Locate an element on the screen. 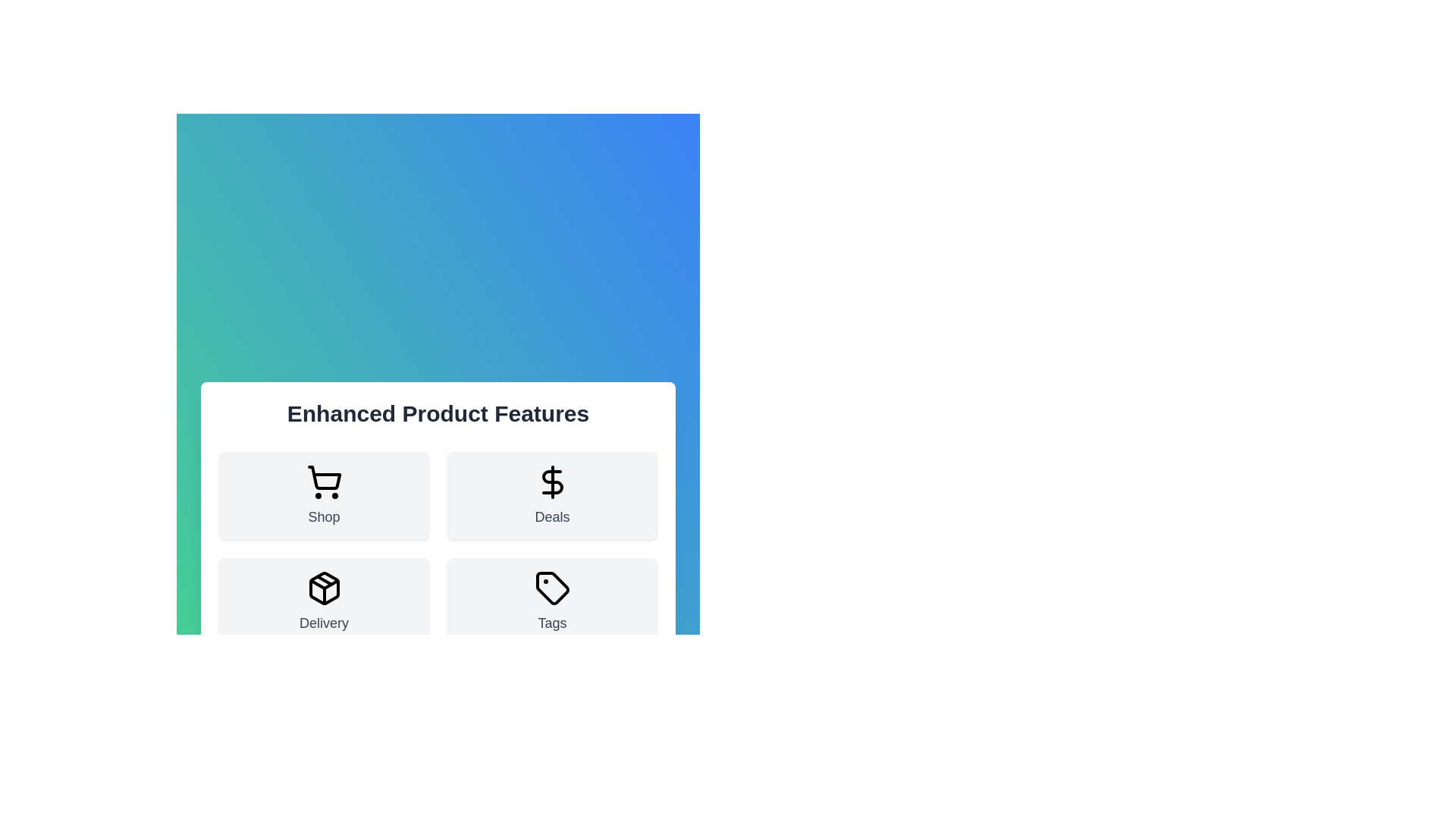 This screenshot has width=1456, height=819. the fourth card in the grid layout titled 'Enhanced Product Features', which has a light gray background, rounded corners, and contains a tag icon and the text 'Tags' below it is located at coordinates (551, 601).